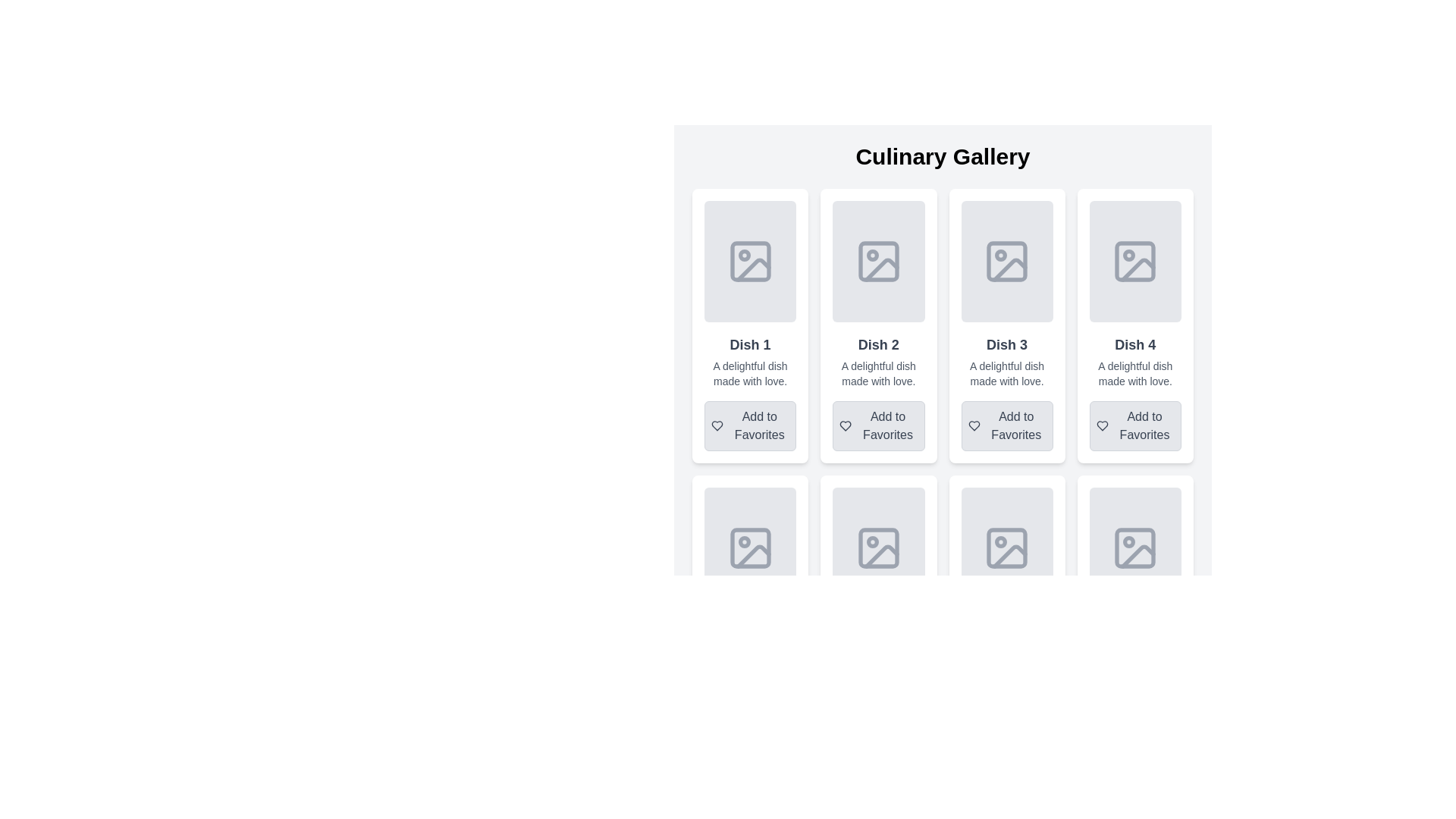 Image resolution: width=1456 pixels, height=819 pixels. Describe the element at coordinates (878, 345) in the screenshot. I see `the text label that serves as the title of the dish card located in the second card of the top row in the culinary gallery grid` at that location.